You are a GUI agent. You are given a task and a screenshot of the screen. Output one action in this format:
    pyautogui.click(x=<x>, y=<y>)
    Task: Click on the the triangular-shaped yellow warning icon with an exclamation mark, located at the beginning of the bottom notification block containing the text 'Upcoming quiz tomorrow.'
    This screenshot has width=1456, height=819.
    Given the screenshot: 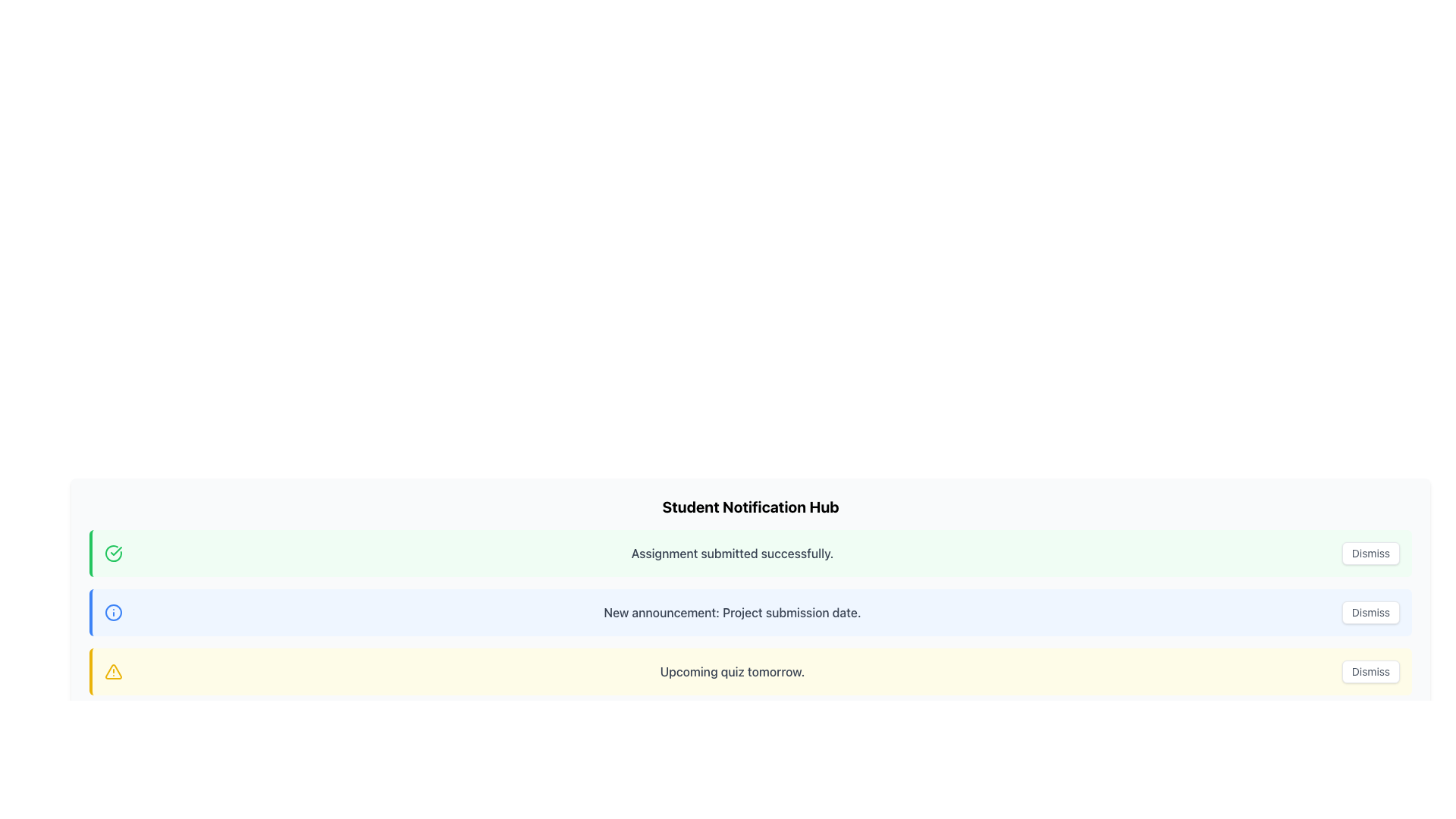 What is the action you would take?
    pyautogui.click(x=112, y=671)
    